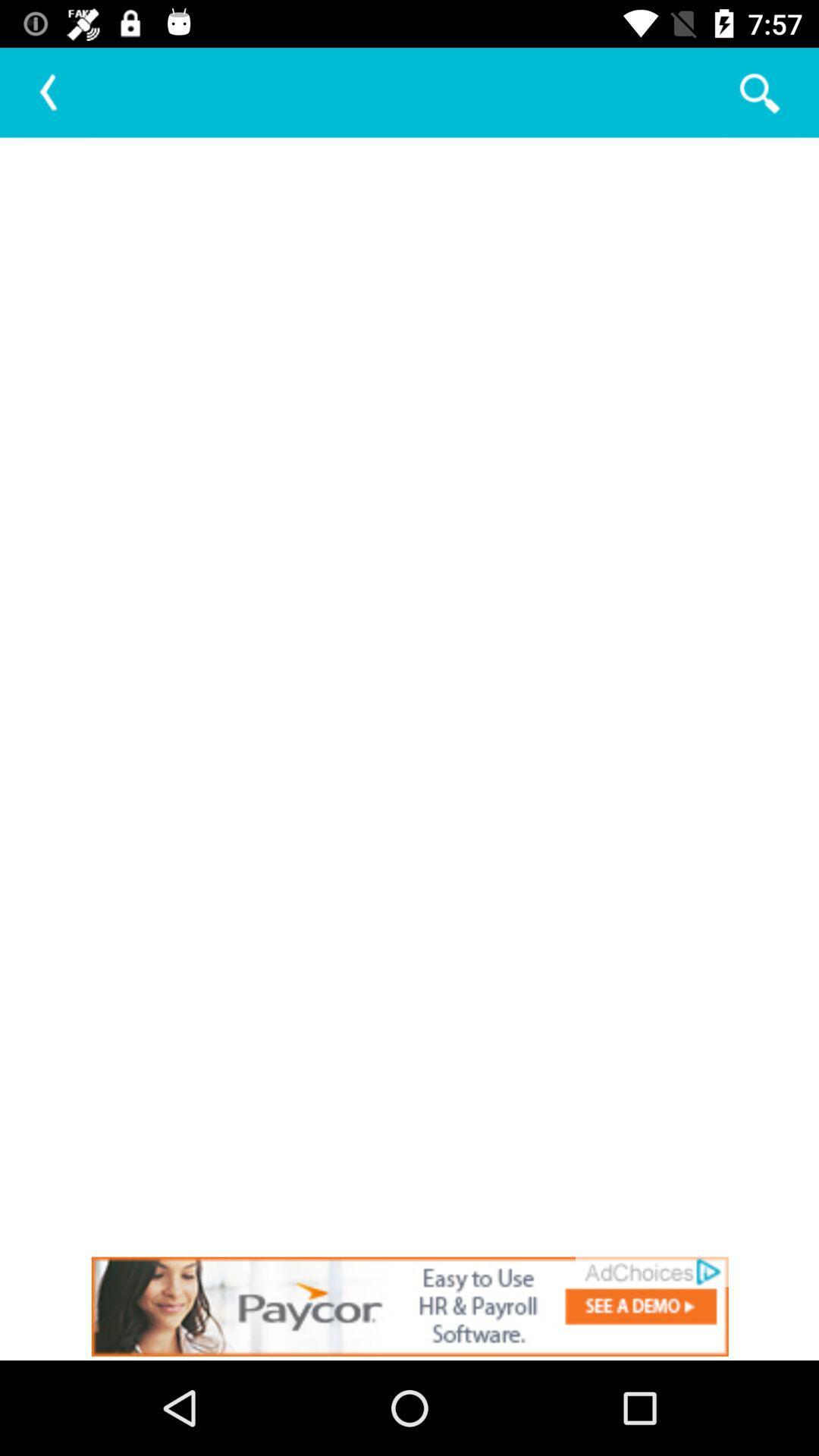  What do you see at coordinates (409, 694) in the screenshot?
I see `blank page` at bounding box center [409, 694].